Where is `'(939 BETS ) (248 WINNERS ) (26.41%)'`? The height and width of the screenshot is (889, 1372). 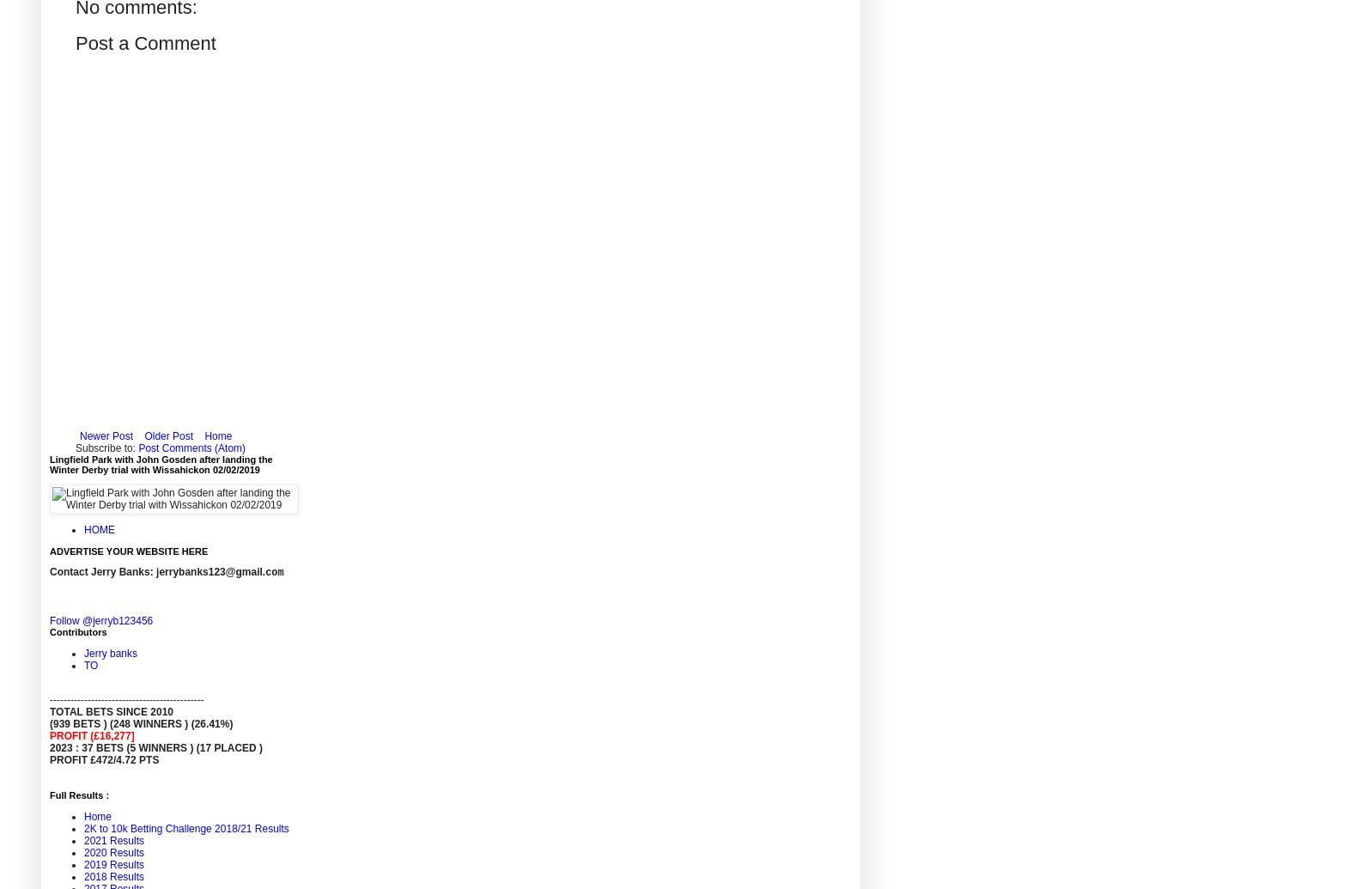
'(939 BETS ) (248 WINNERS ) (26.41%)' is located at coordinates (140, 723).